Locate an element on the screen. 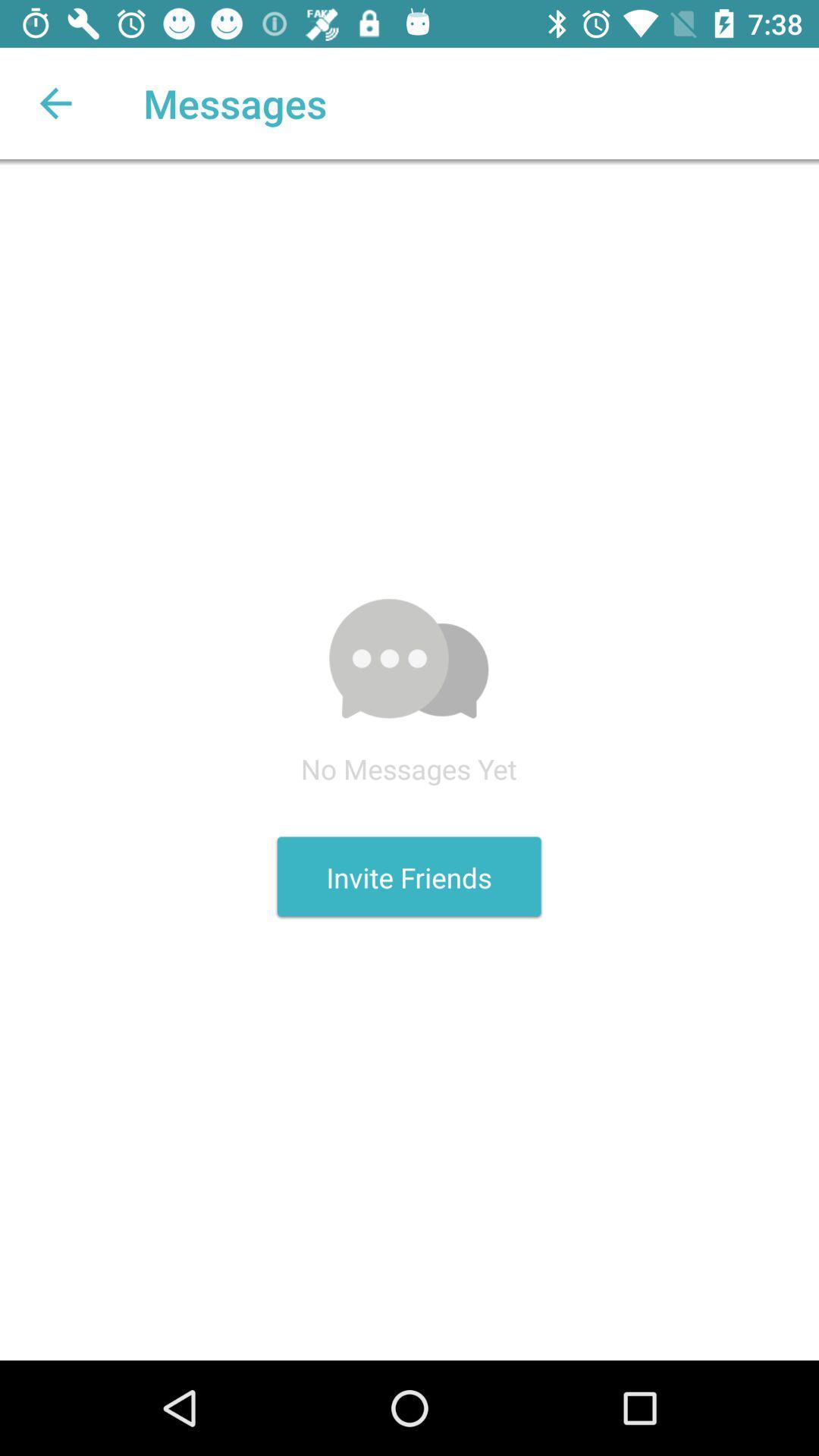 The width and height of the screenshot is (819, 1456). the item to the left of messages item is located at coordinates (55, 102).